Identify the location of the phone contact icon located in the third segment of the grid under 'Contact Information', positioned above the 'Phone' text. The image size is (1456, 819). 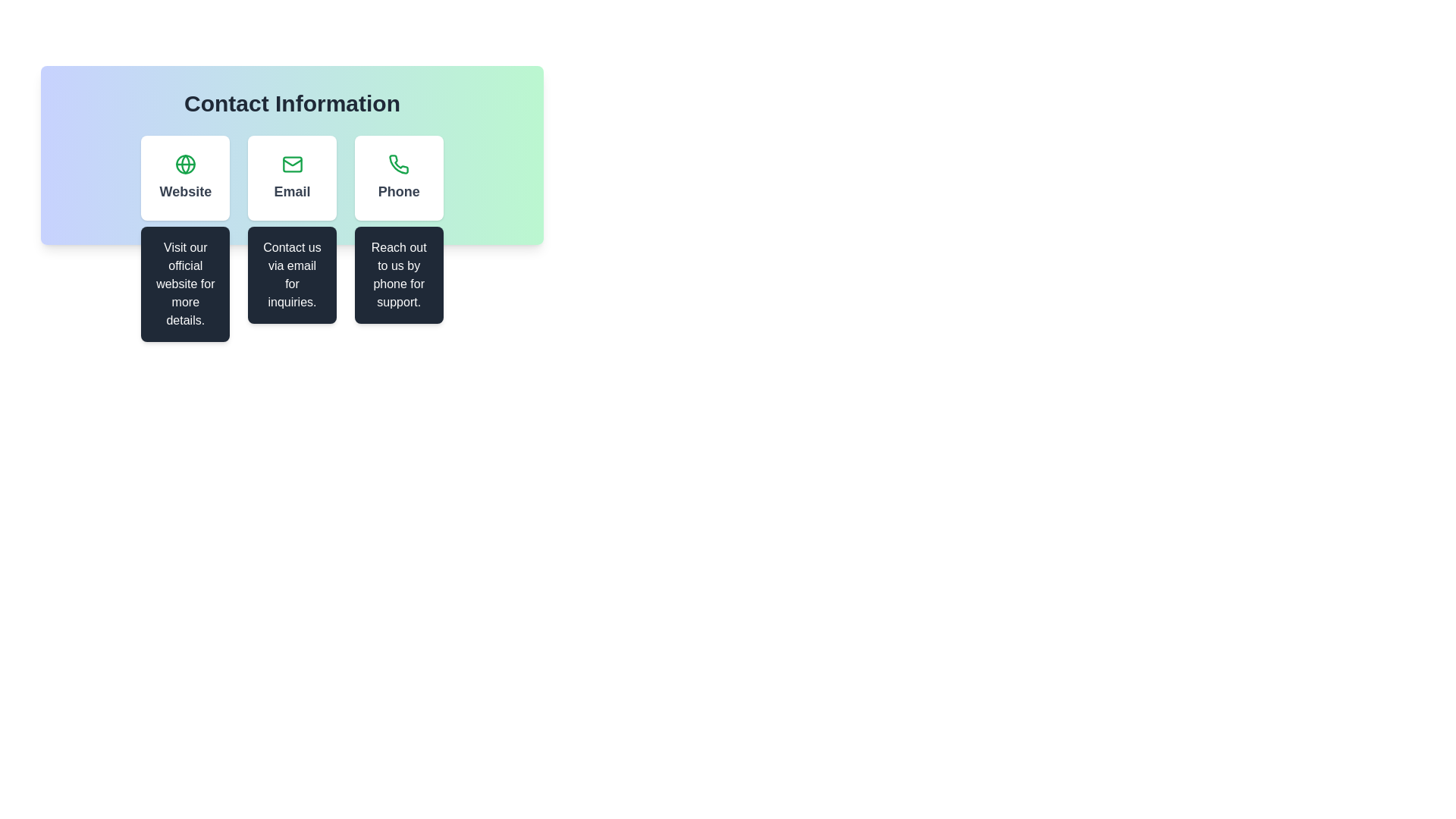
(399, 164).